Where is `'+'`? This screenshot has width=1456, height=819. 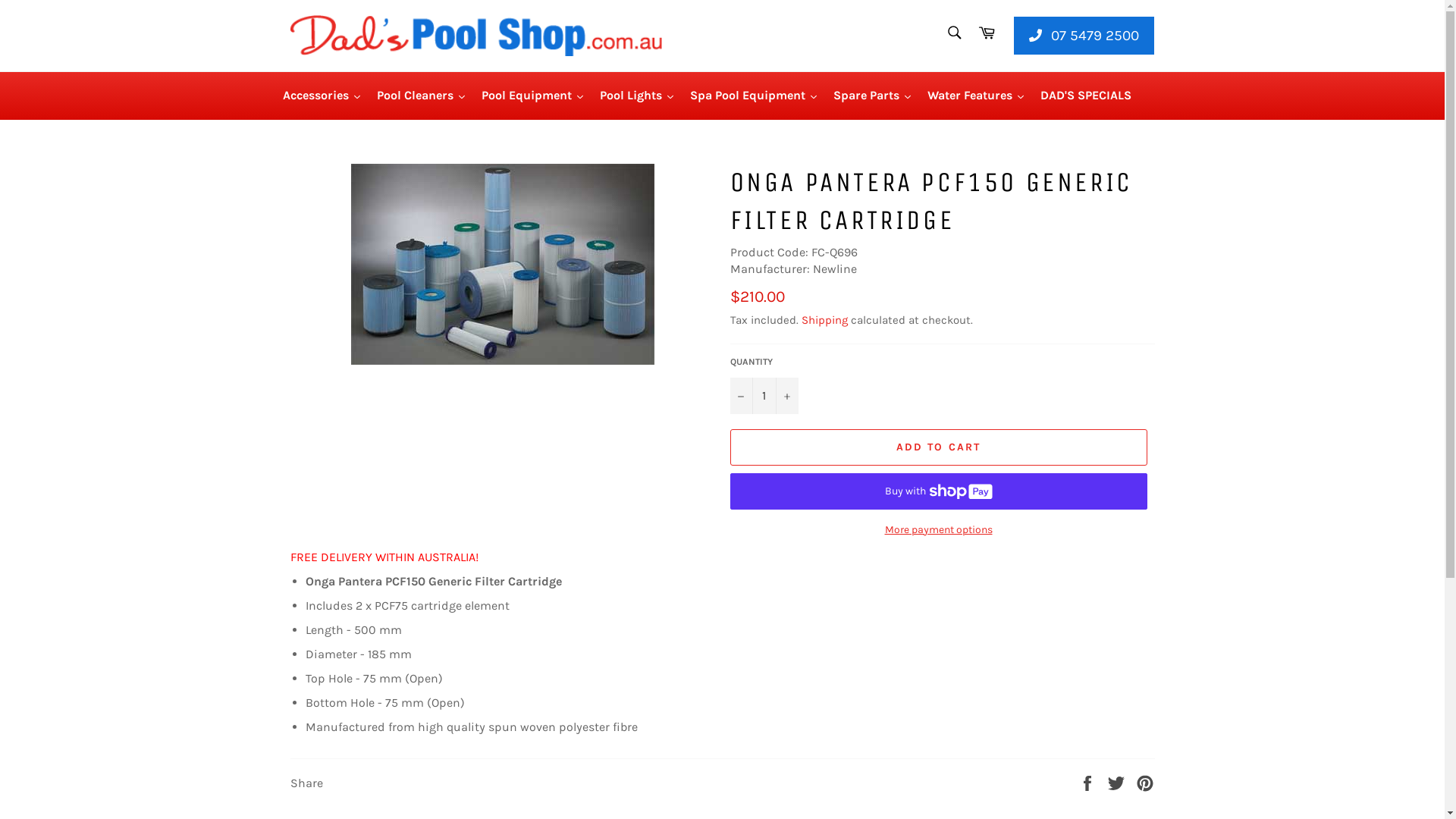 '+' is located at coordinates (786, 394).